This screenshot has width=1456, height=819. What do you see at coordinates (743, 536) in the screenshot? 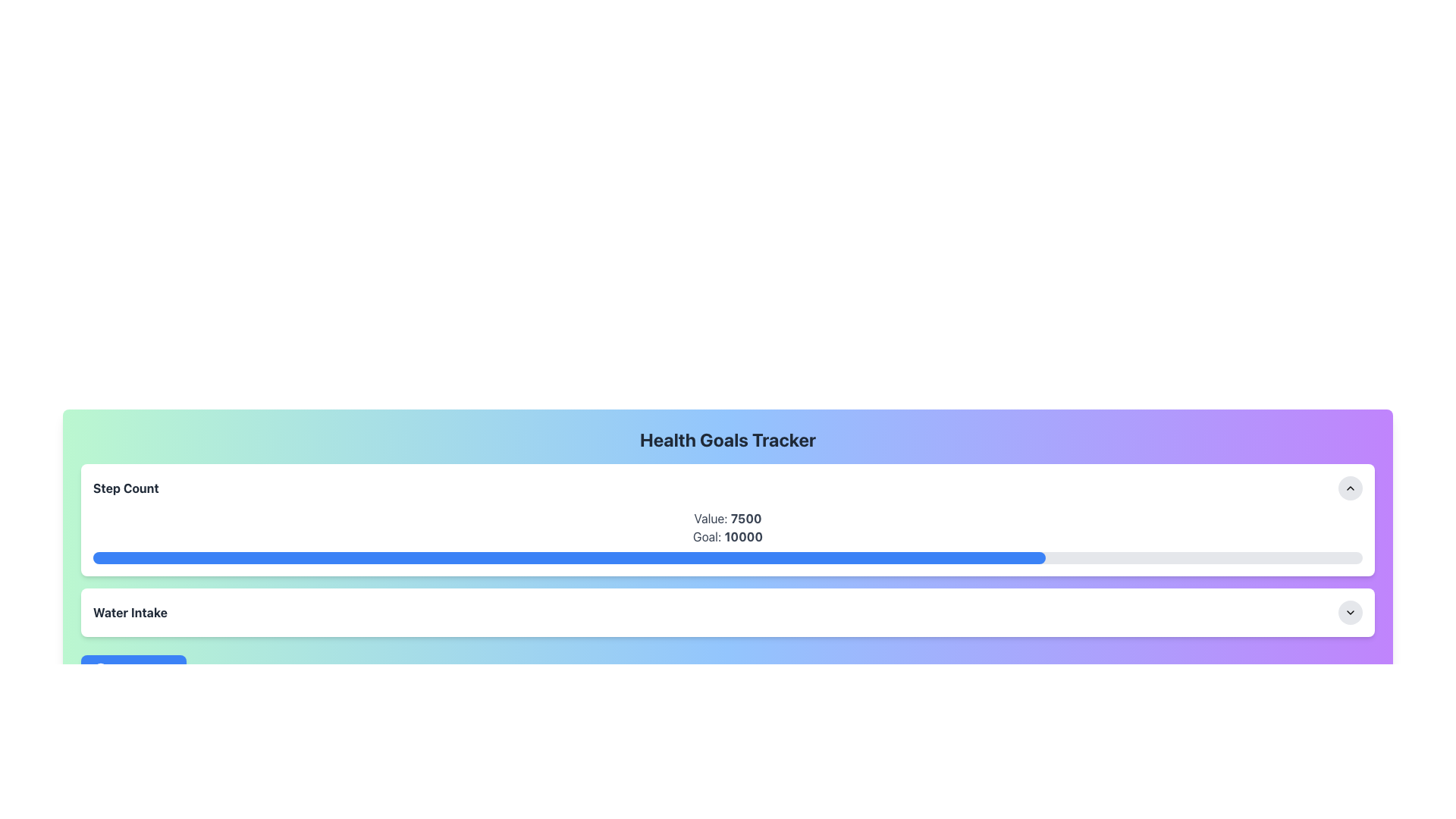
I see `the Static Text displaying '10000' in bold and dark color, which is located under the header 'Goal:' in the health tracking interface` at bounding box center [743, 536].